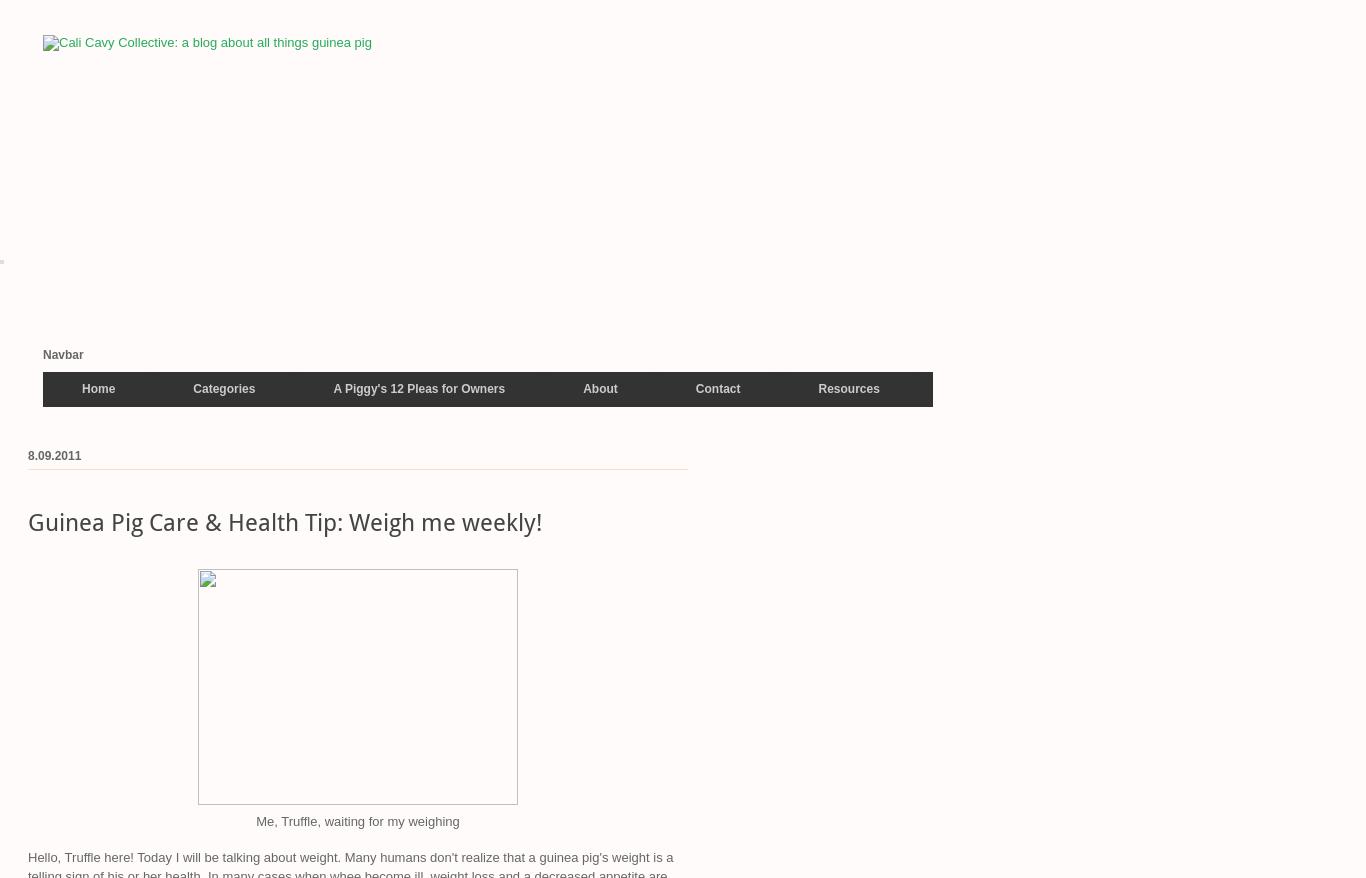  I want to click on 'Home', so click(81, 386).